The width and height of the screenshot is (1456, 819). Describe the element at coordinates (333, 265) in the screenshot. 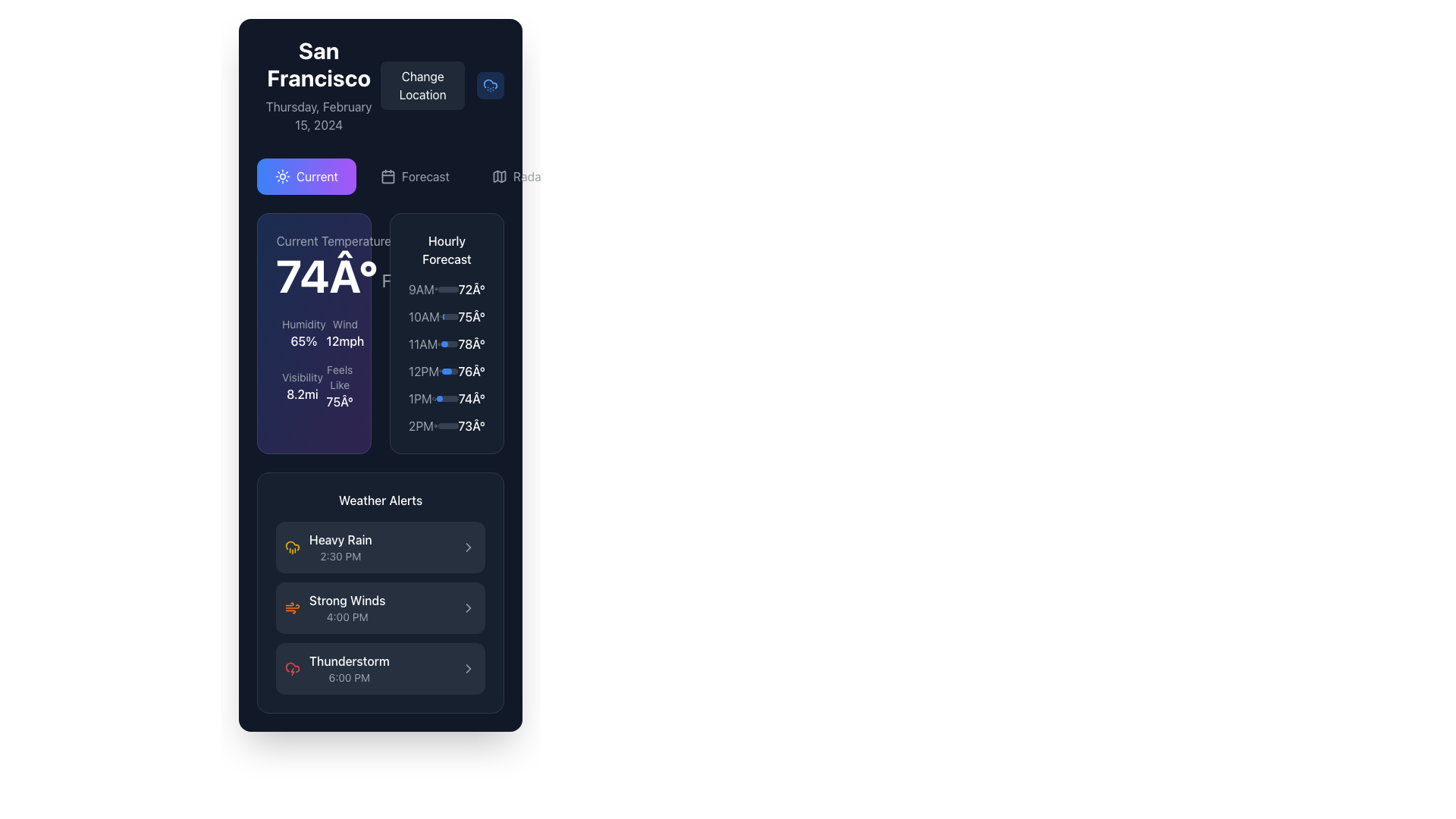

I see `temperature value displayed in the text element located centrally within the weather summary card, which shows the current temperature in Fahrenheit` at that location.